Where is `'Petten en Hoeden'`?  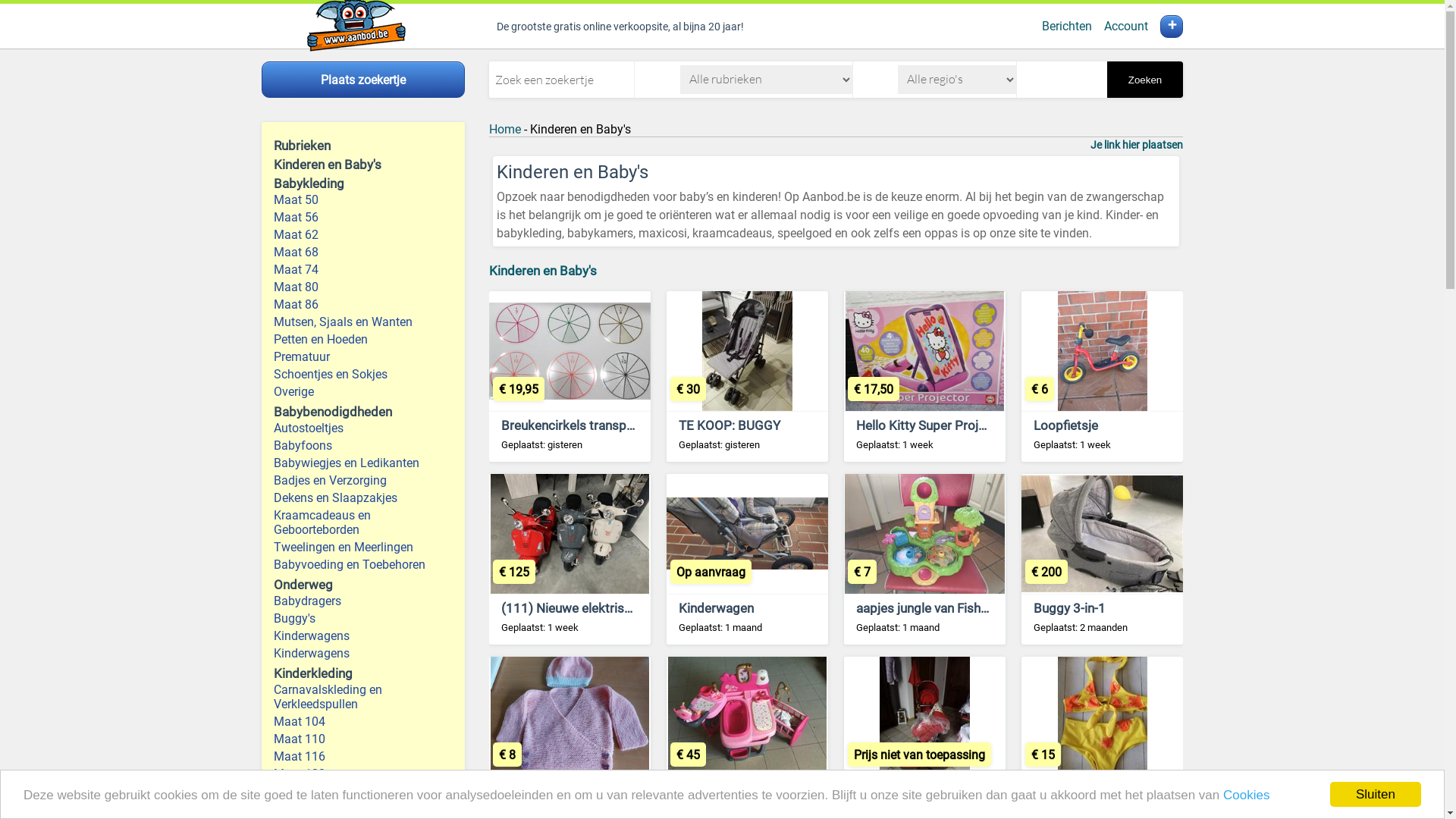 'Petten en Hoeden' is located at coordinates (362, 338).